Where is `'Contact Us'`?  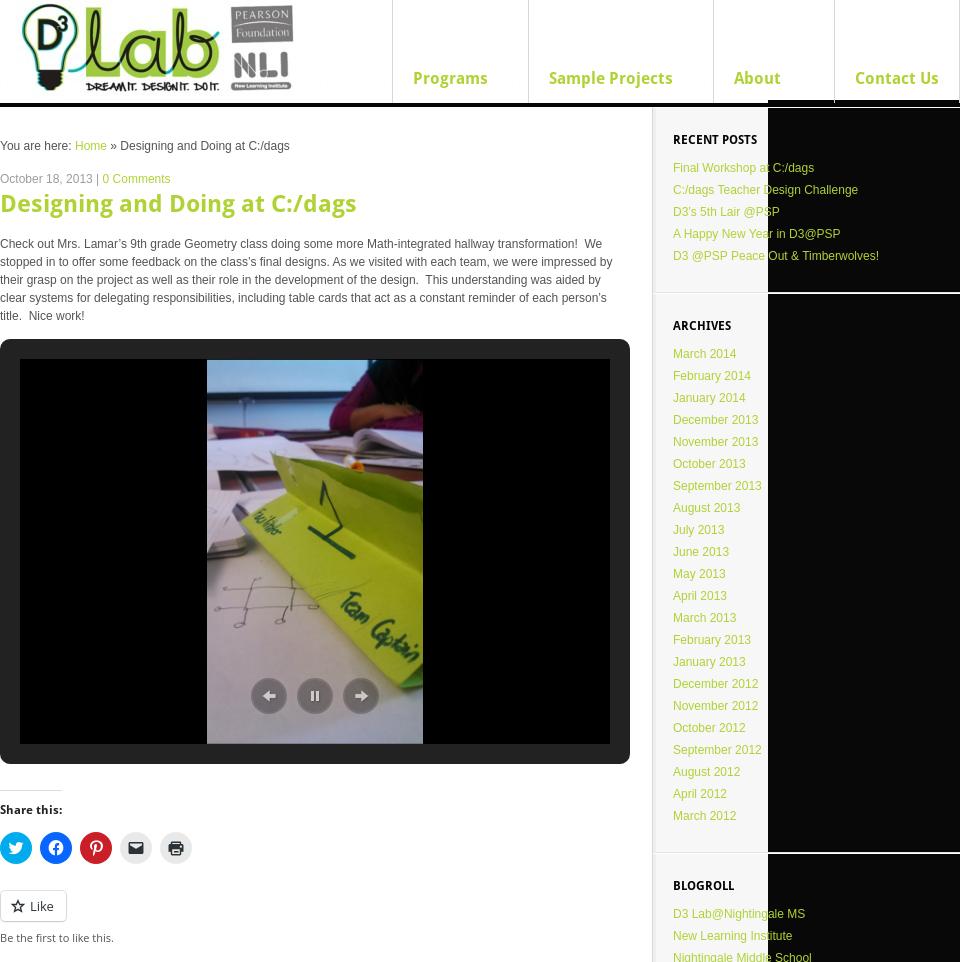 'Contact Us' is located at coordinates (896, 78).